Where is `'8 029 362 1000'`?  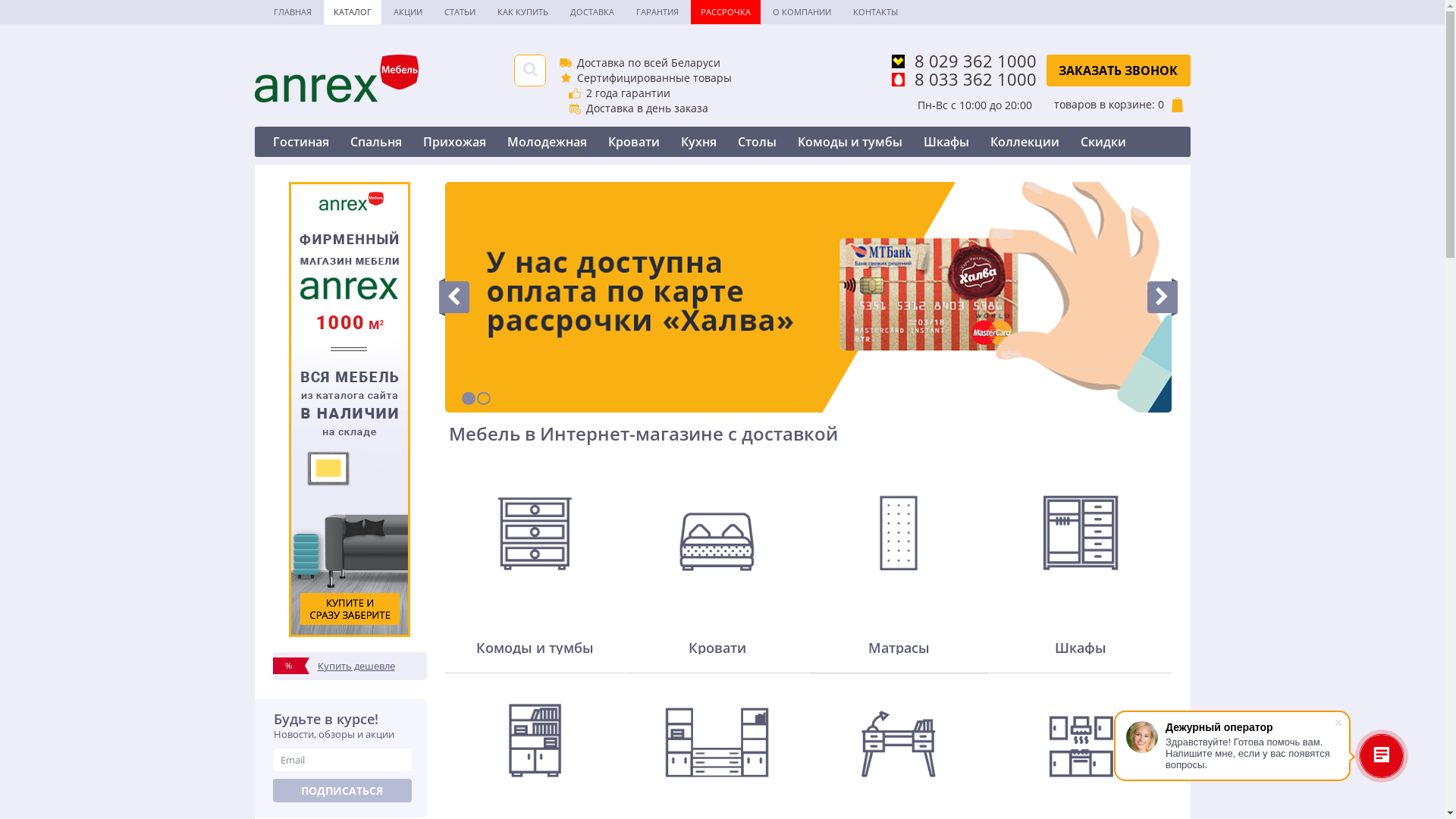
'8 029 362 1000' is located at coordinates (963, 60).